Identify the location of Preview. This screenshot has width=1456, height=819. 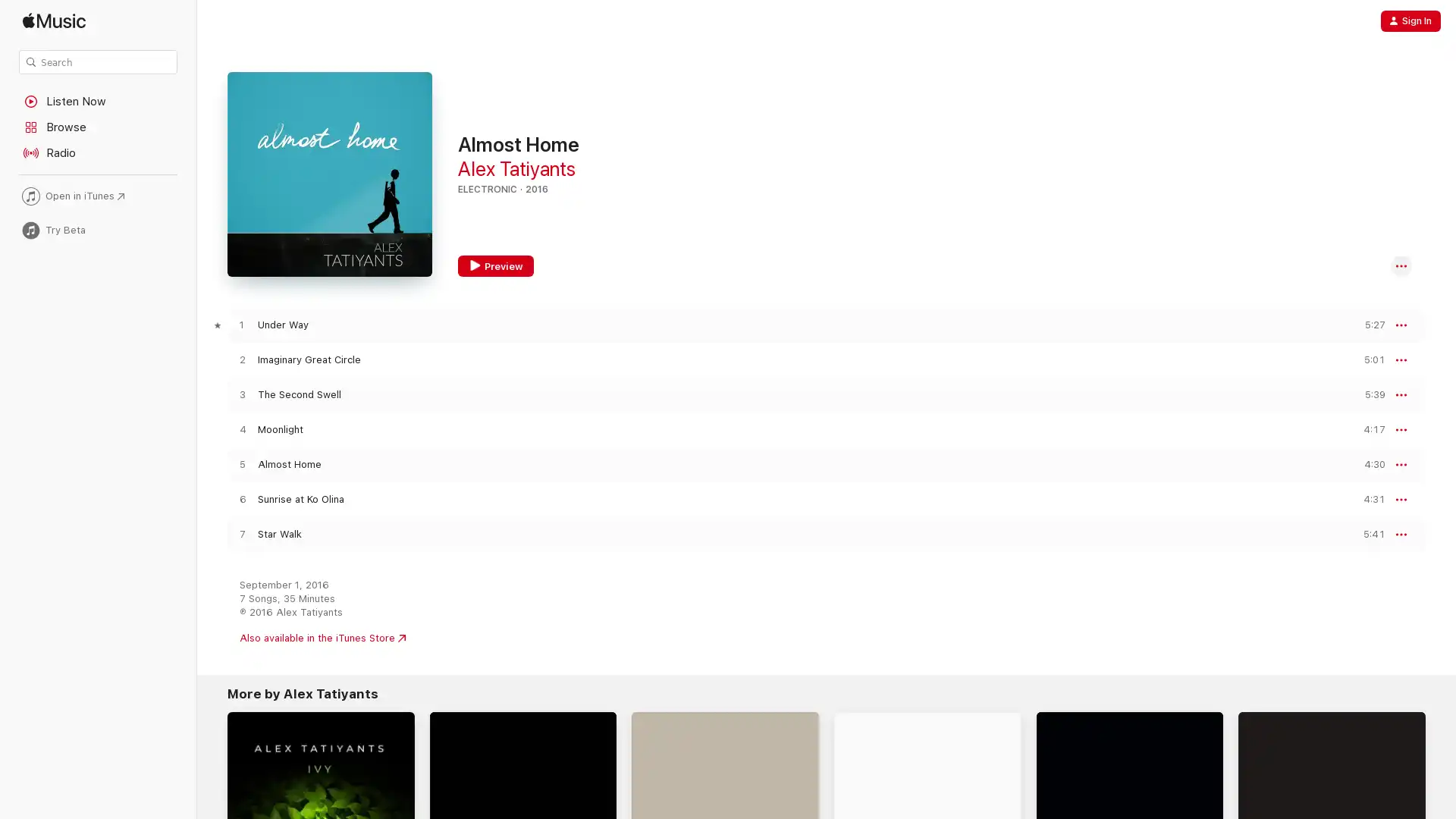
(1368, 499).